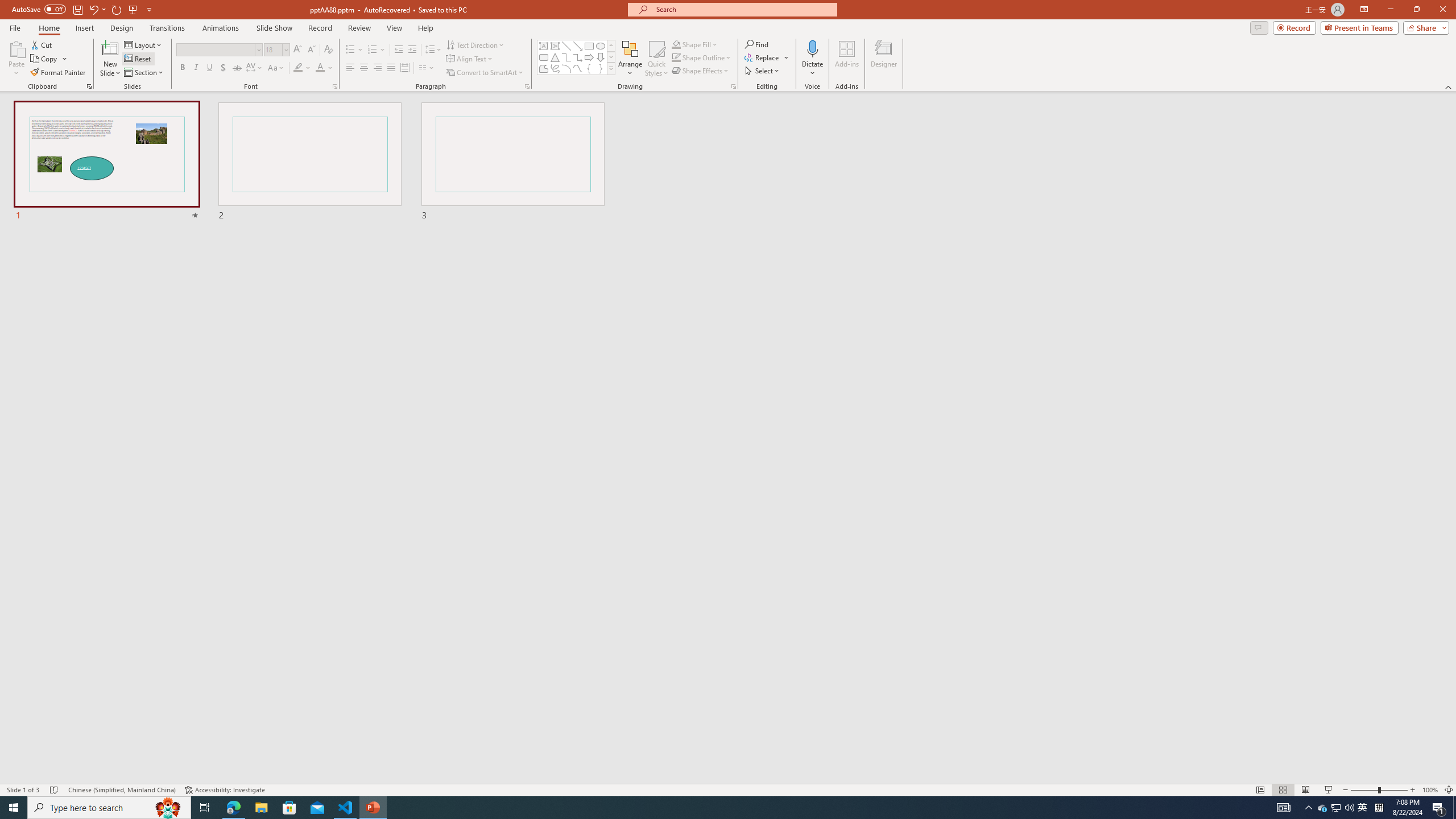  Describe the element at coordinates (676, 44) in the screenshot. I see `'Shape Fill Aqua, Accent 2'` at that location.